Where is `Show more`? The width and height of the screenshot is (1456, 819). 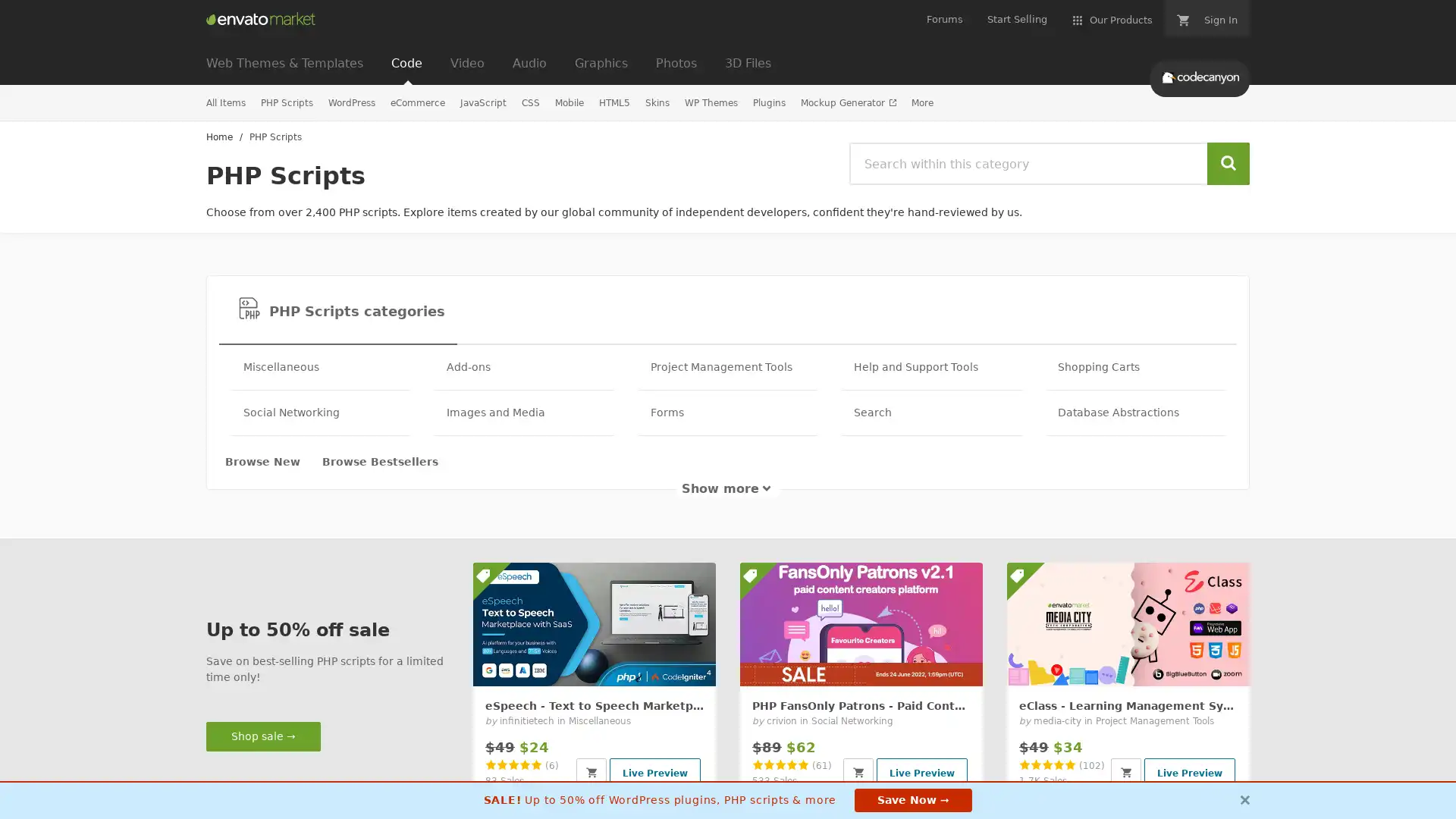 Show more is located at coordinates (728, 488).